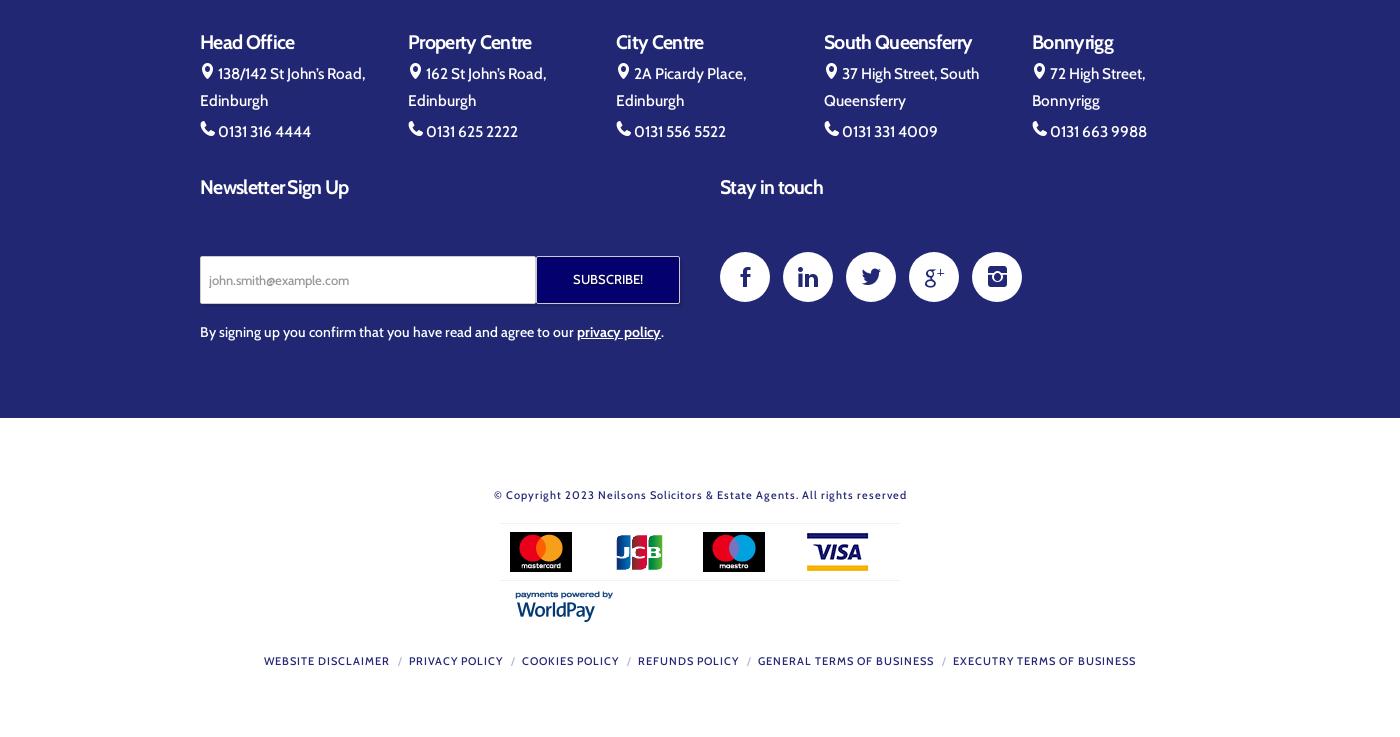 Image resolution: width=1400 pixels, height=737 pixels. Describe the element at coordinates (887, 131) in the screenshot. I see `'0131 331 4009'` at that location.